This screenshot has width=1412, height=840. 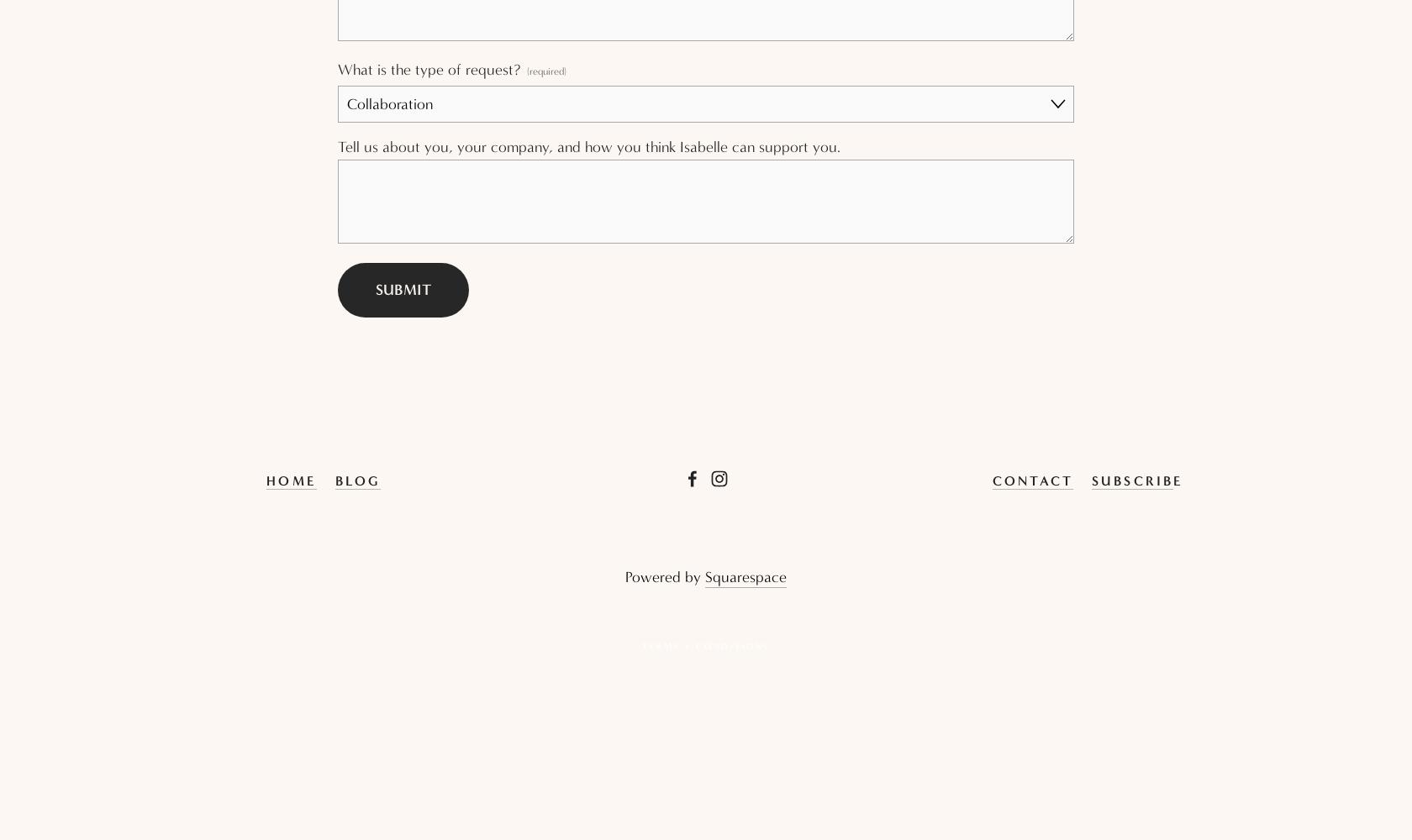 I want to click on 'Contact', so click(x=992, y=479).